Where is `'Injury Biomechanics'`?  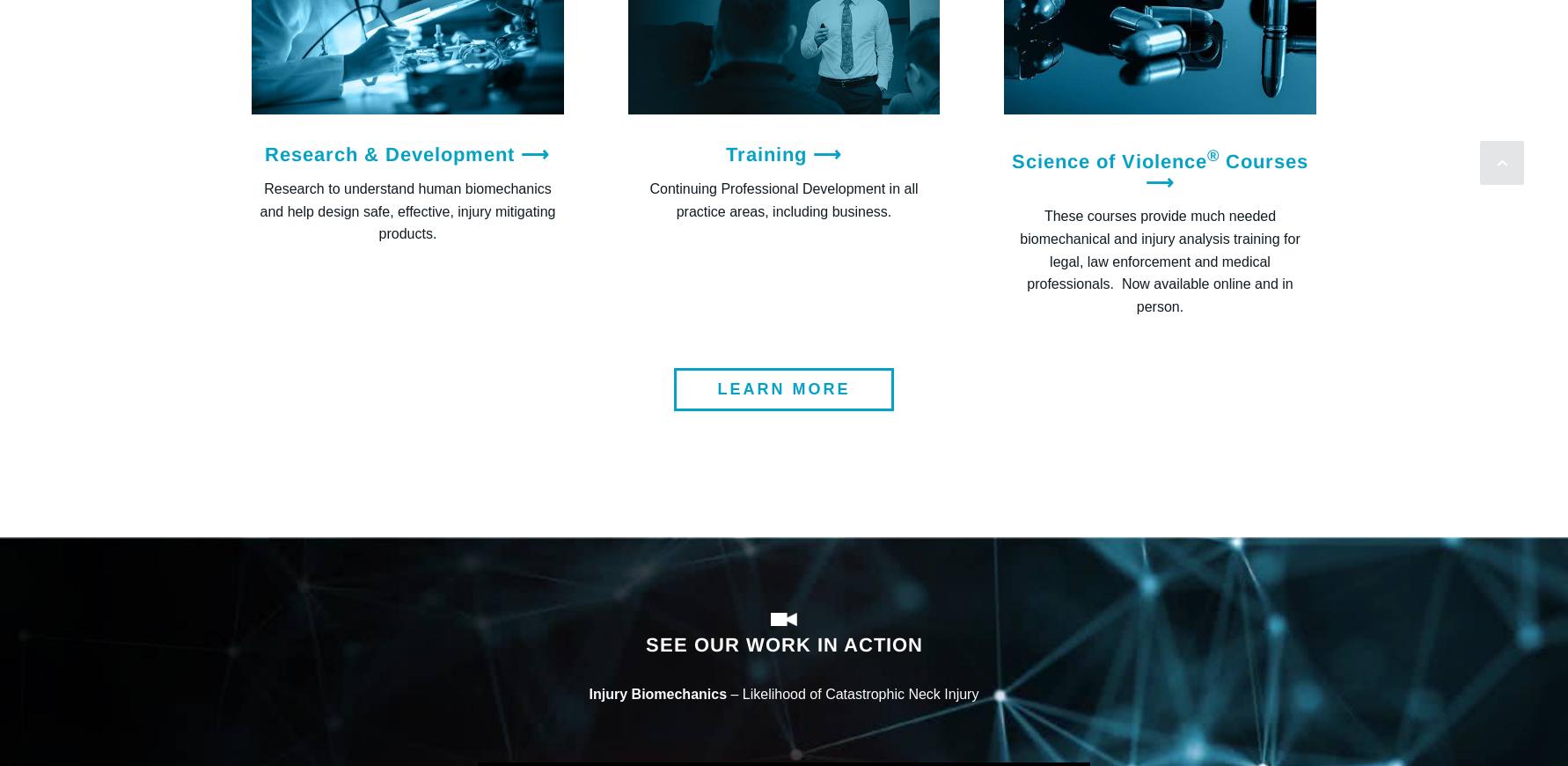
'Injury Biomechanics' is located at coordinates (657, 693).